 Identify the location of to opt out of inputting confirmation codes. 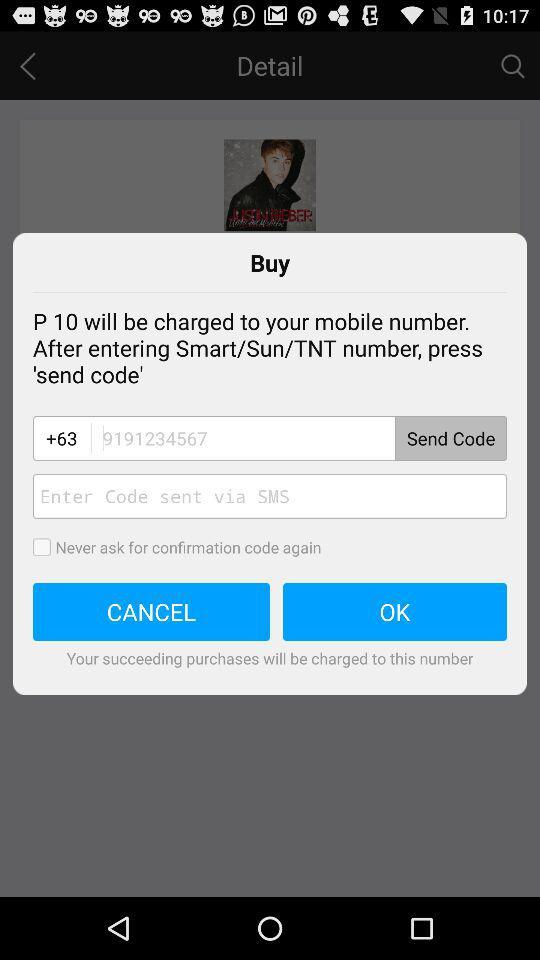
(48, 547).